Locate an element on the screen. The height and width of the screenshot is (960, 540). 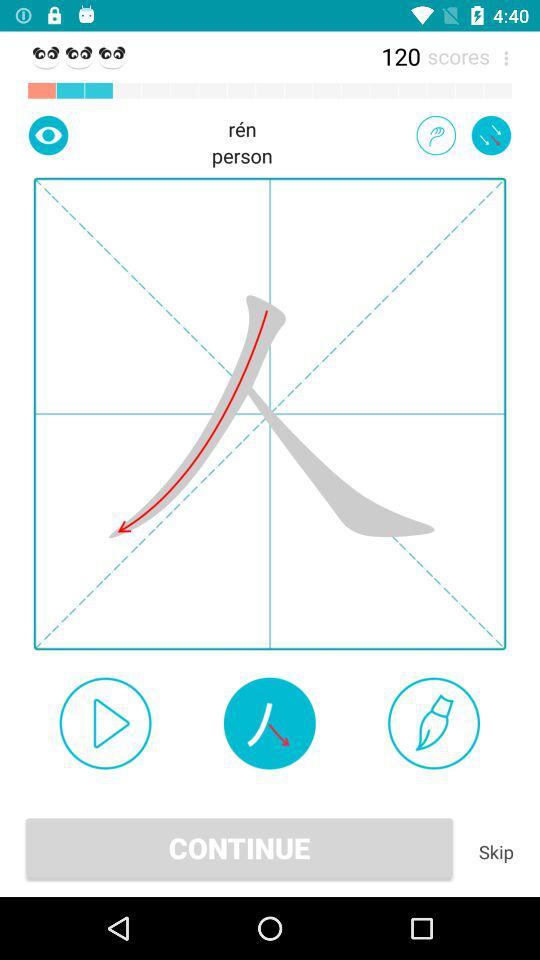
skip app is located at coordinates (495, 851).